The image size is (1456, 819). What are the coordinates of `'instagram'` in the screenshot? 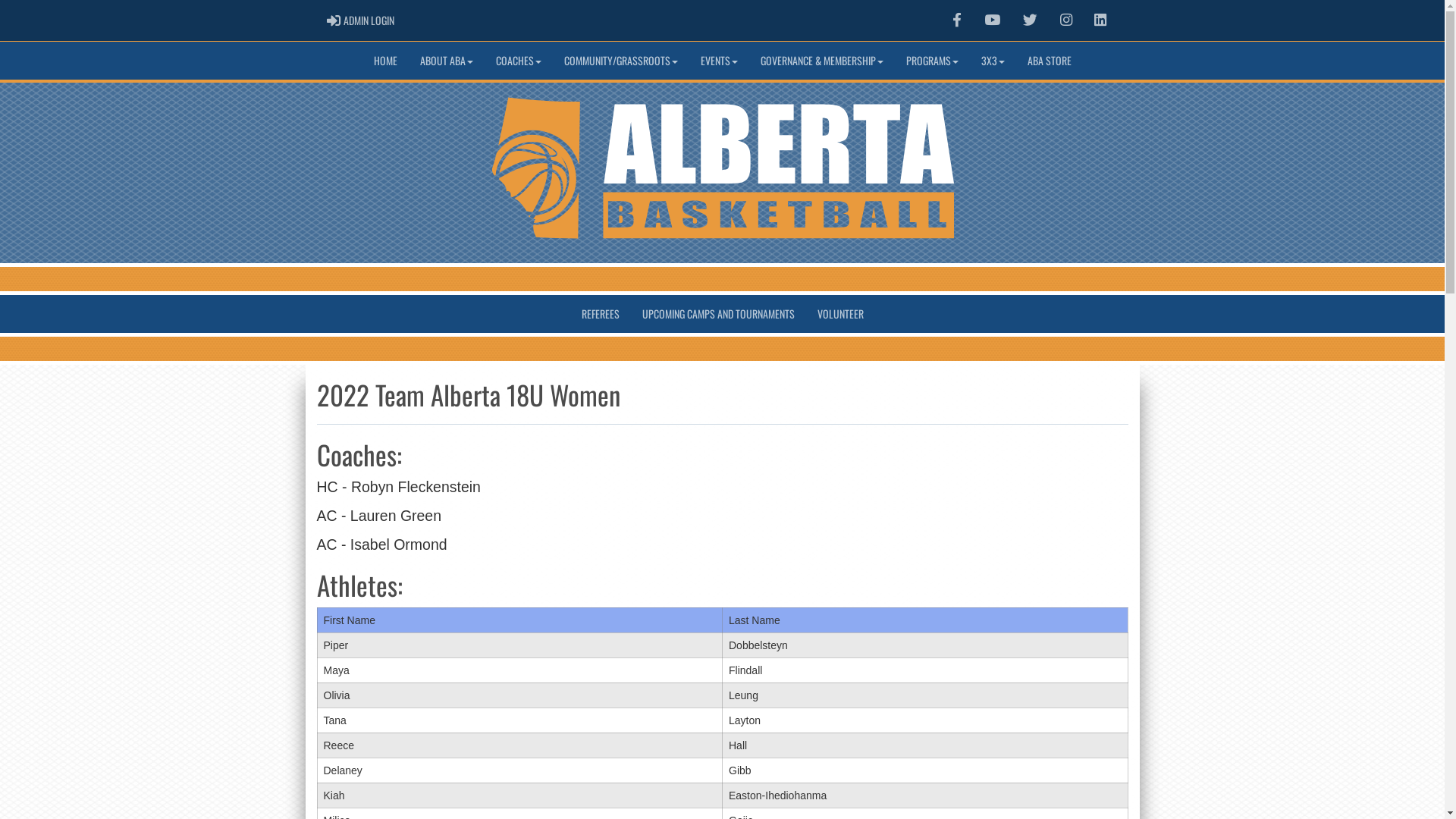 It's located at (1065, 20).